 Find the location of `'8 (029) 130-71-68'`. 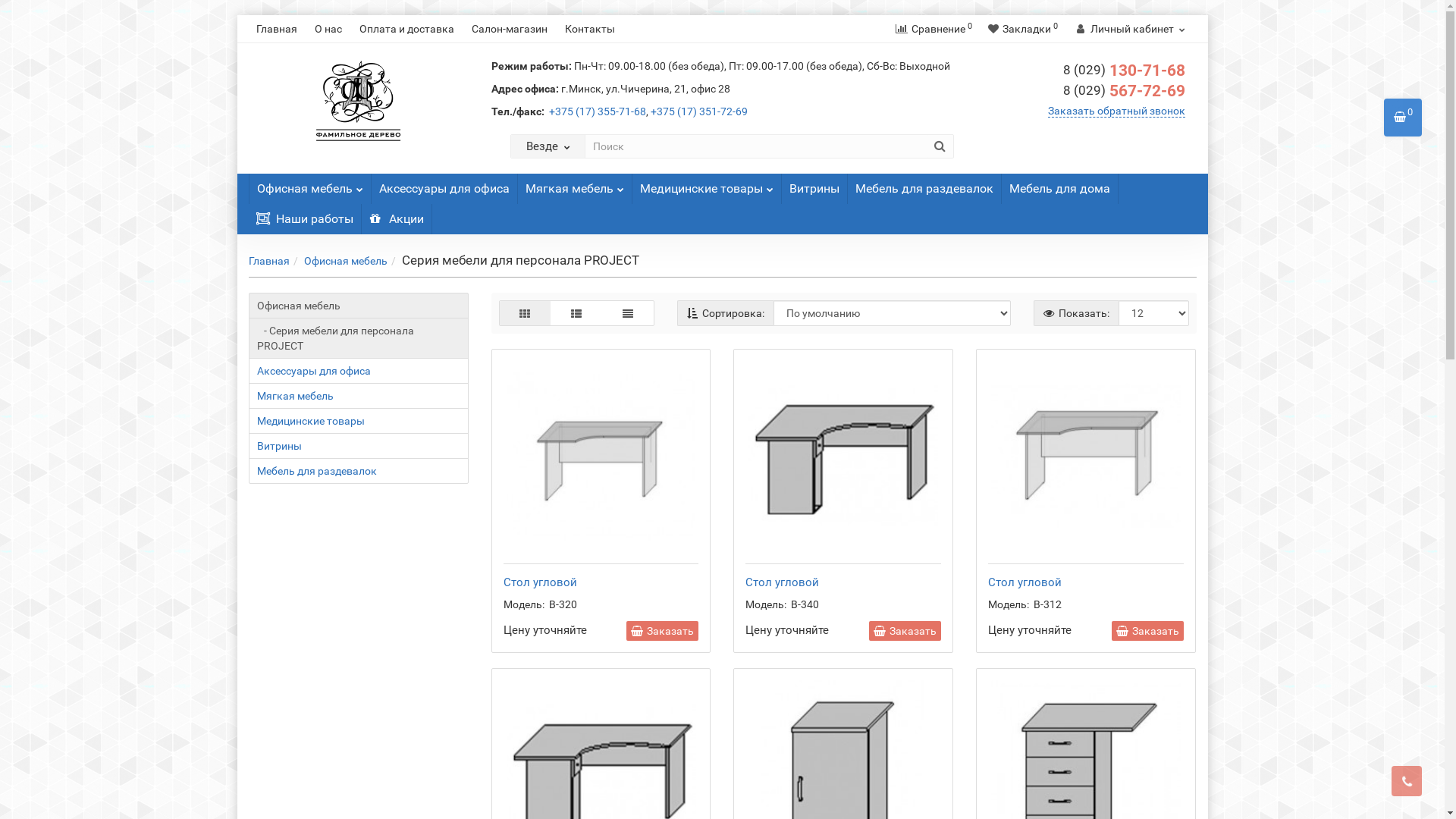

'8 (029) 130-71-68' is located at coordinates (1124, 70).